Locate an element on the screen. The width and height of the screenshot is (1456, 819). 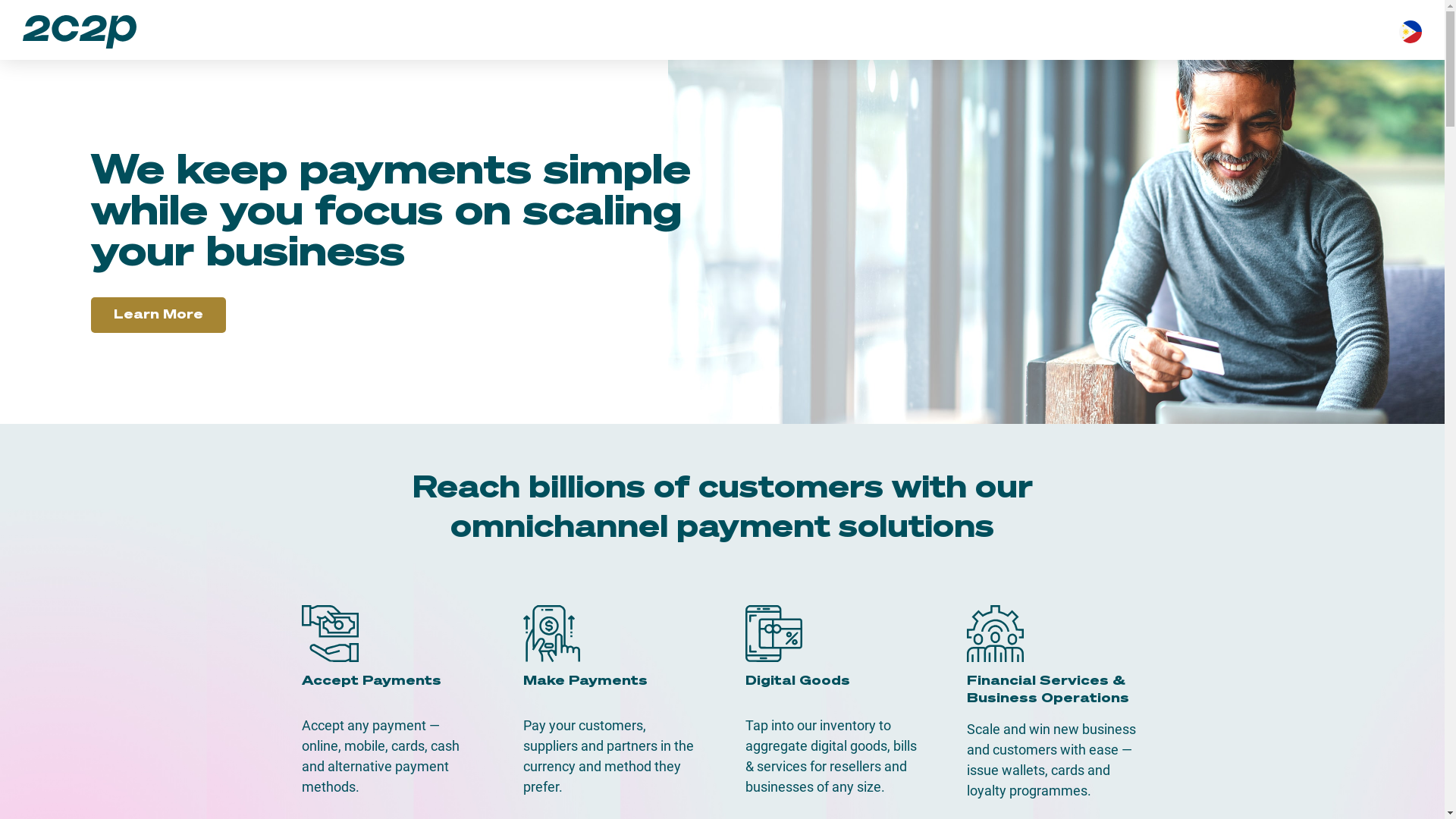
'Learn More' is located at coordinates (158, 314).